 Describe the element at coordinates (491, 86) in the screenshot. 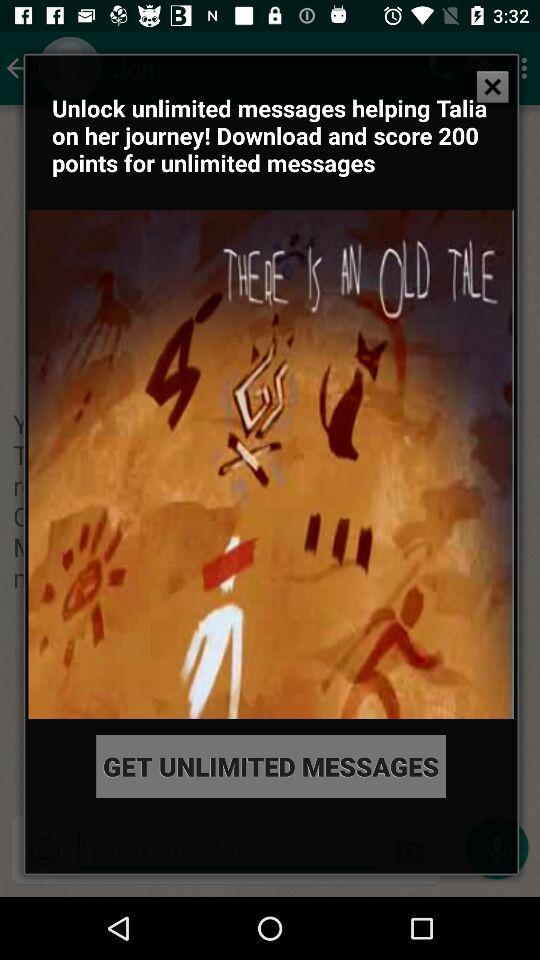

I see `window` at that location.